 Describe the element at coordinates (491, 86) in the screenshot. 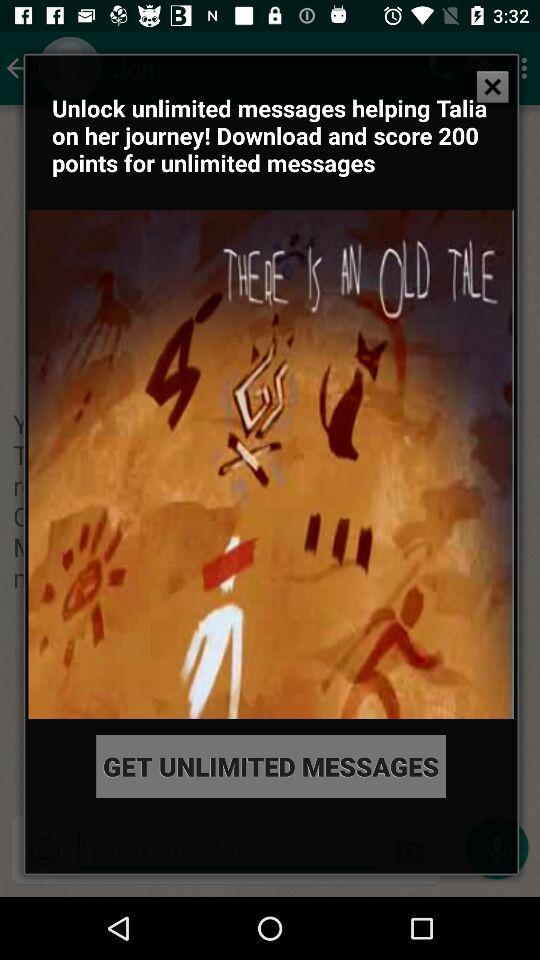

I see `window` at that location.